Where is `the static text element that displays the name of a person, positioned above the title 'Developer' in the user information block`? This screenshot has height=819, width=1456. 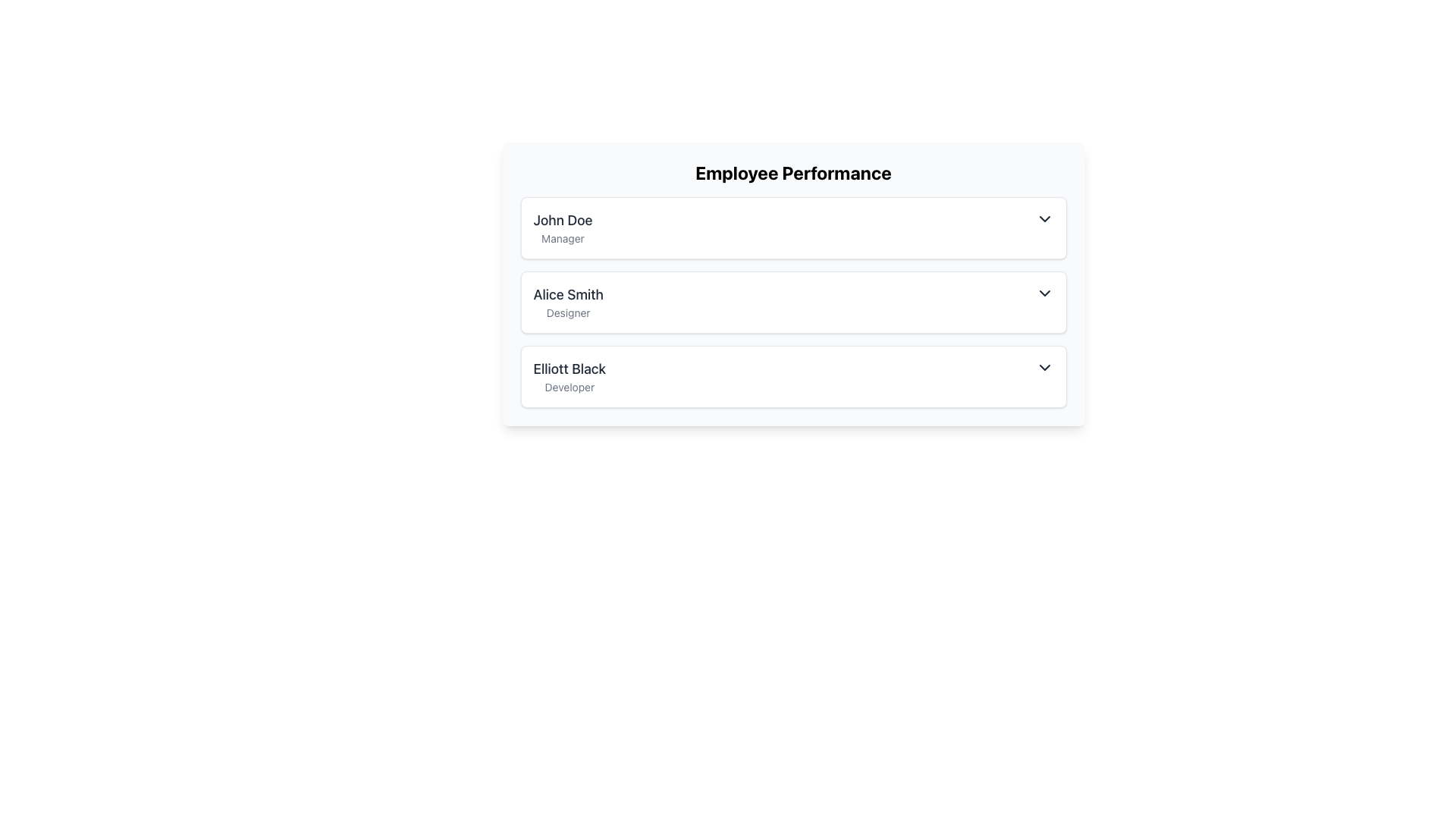 the static text element that displays the name of a person, positioned above the title 'Developer' in the user information block is located at coordinates (569, 369).